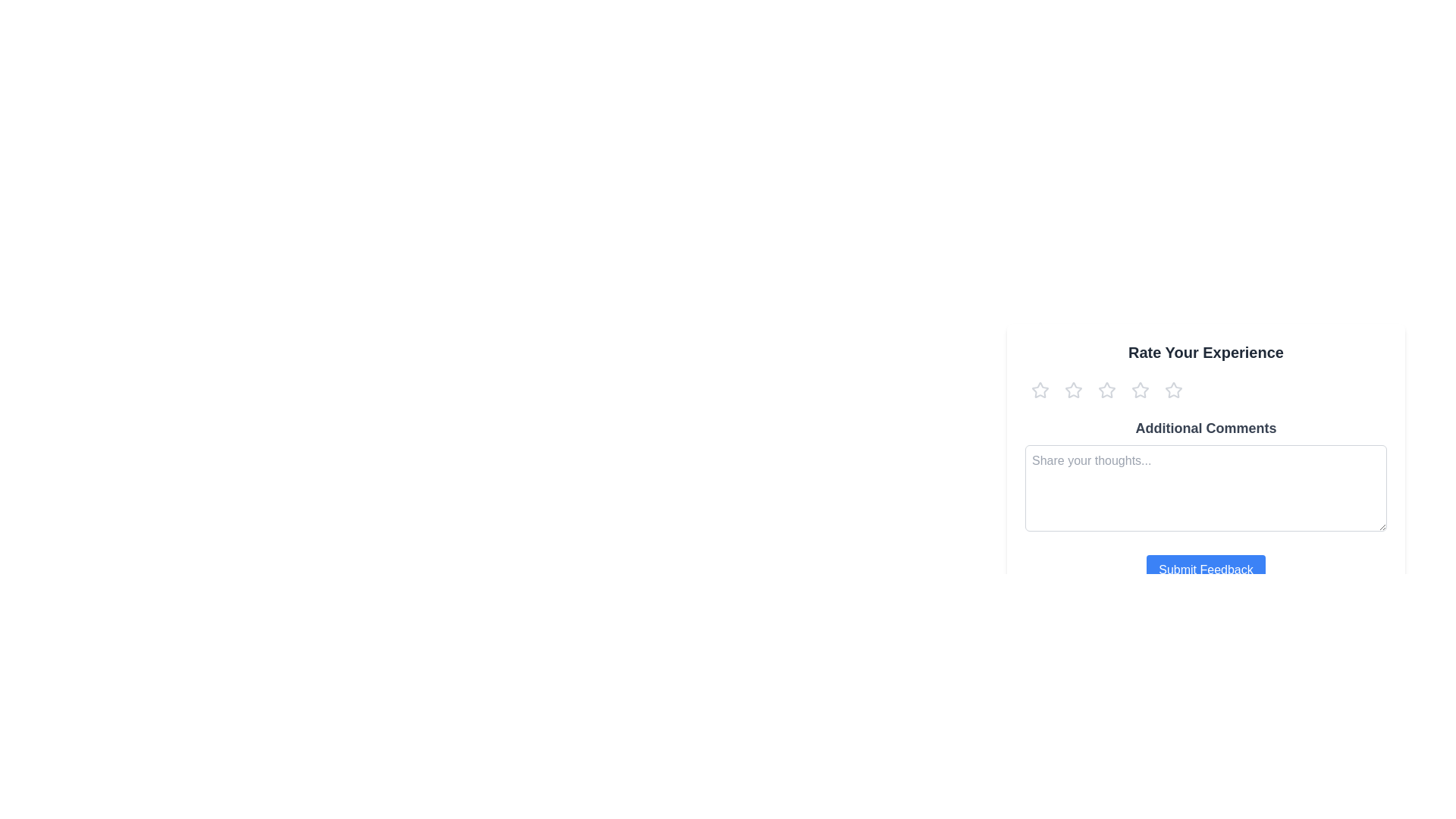 Image resolution: width=1456 pixels, height=819 pixels. What do you see at coordinates (1073, 389) in the screenshot?
I see `on the second hollow star icon in the 'Rate Your Experience' section` at bounding box center [1073, 389].